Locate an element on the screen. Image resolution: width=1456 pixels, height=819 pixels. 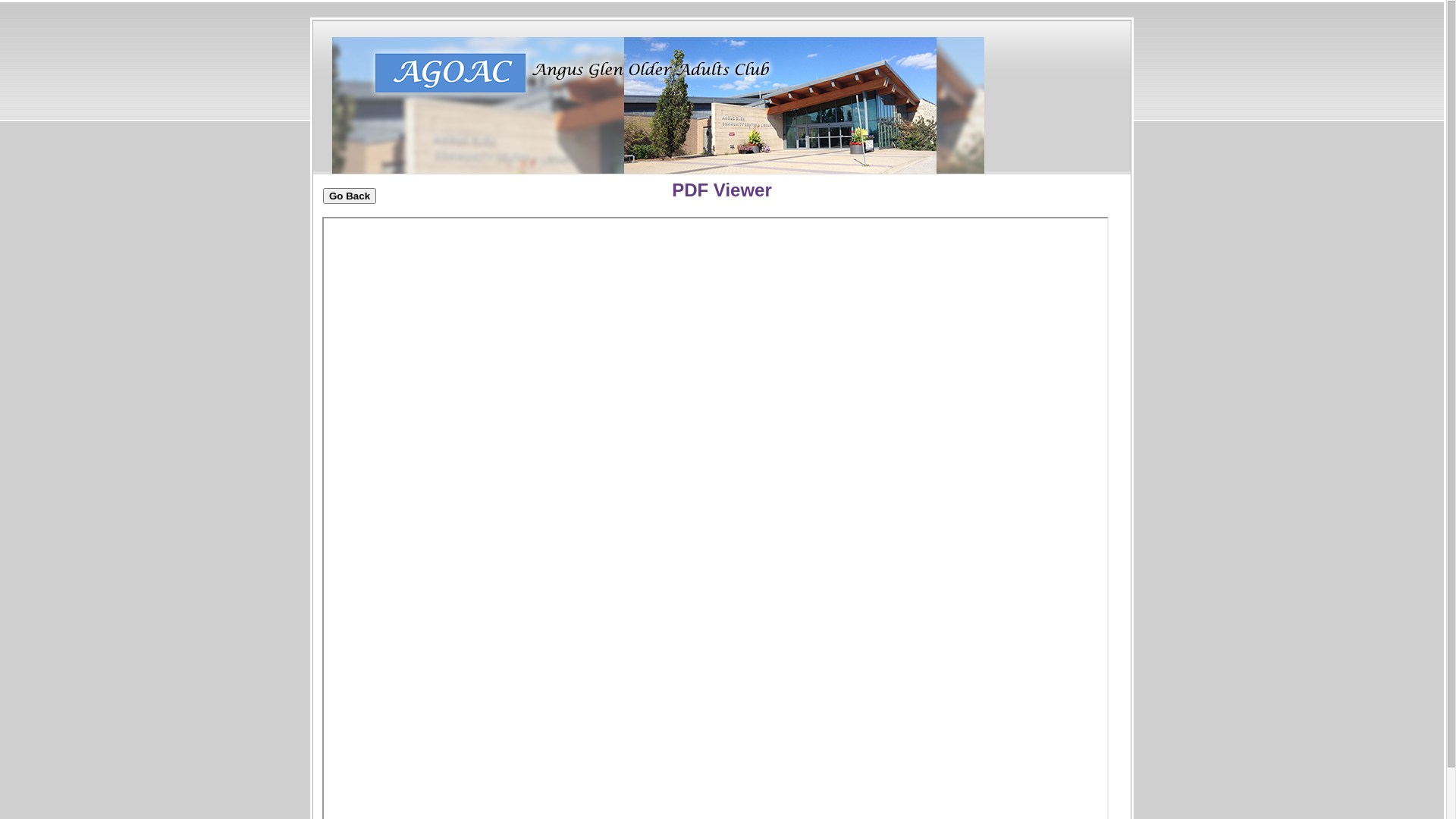
'Go Back' is located at coordinates (348, 195).